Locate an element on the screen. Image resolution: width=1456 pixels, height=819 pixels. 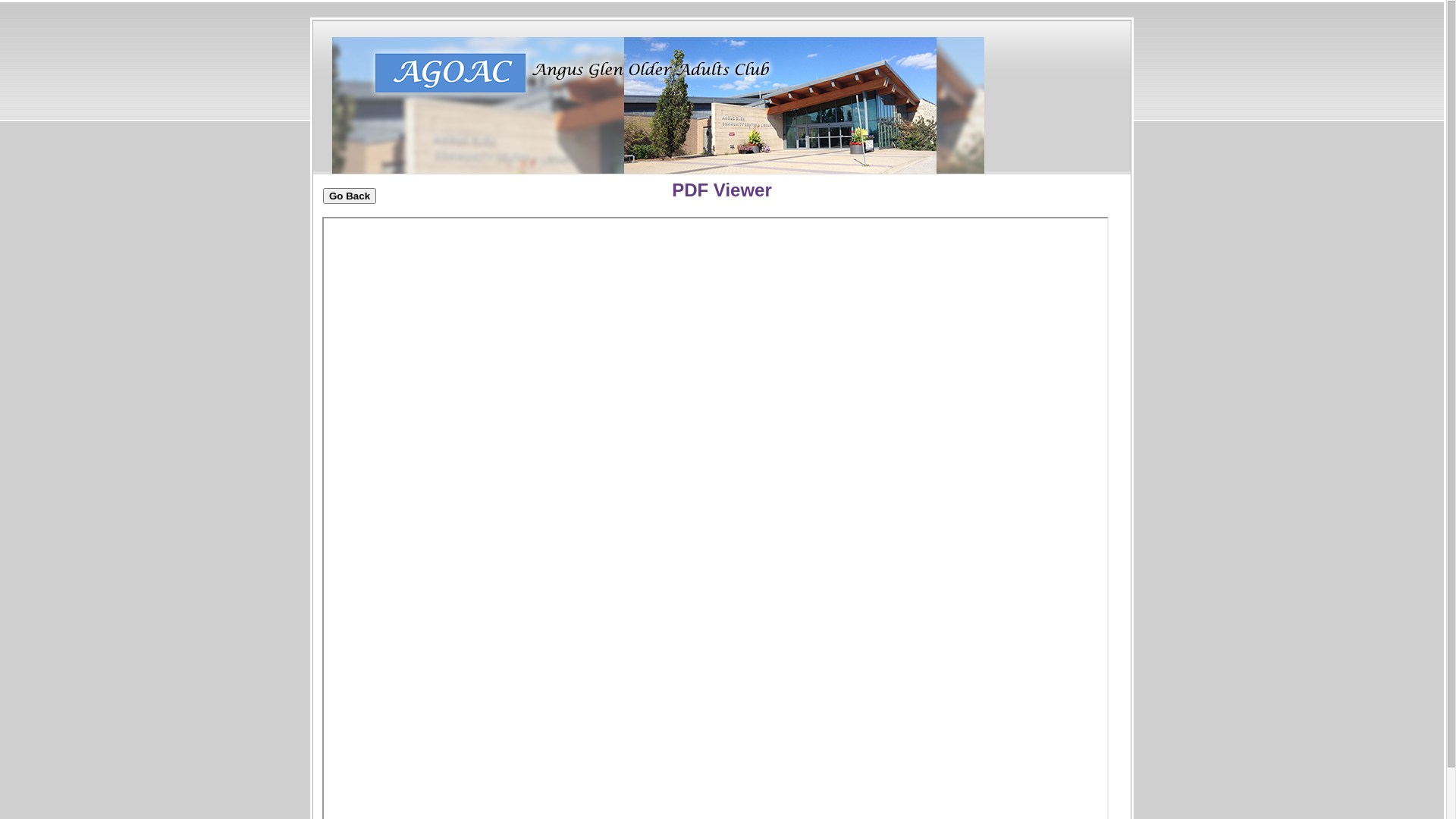
'Go Back' is located at coordinates (348, 195).